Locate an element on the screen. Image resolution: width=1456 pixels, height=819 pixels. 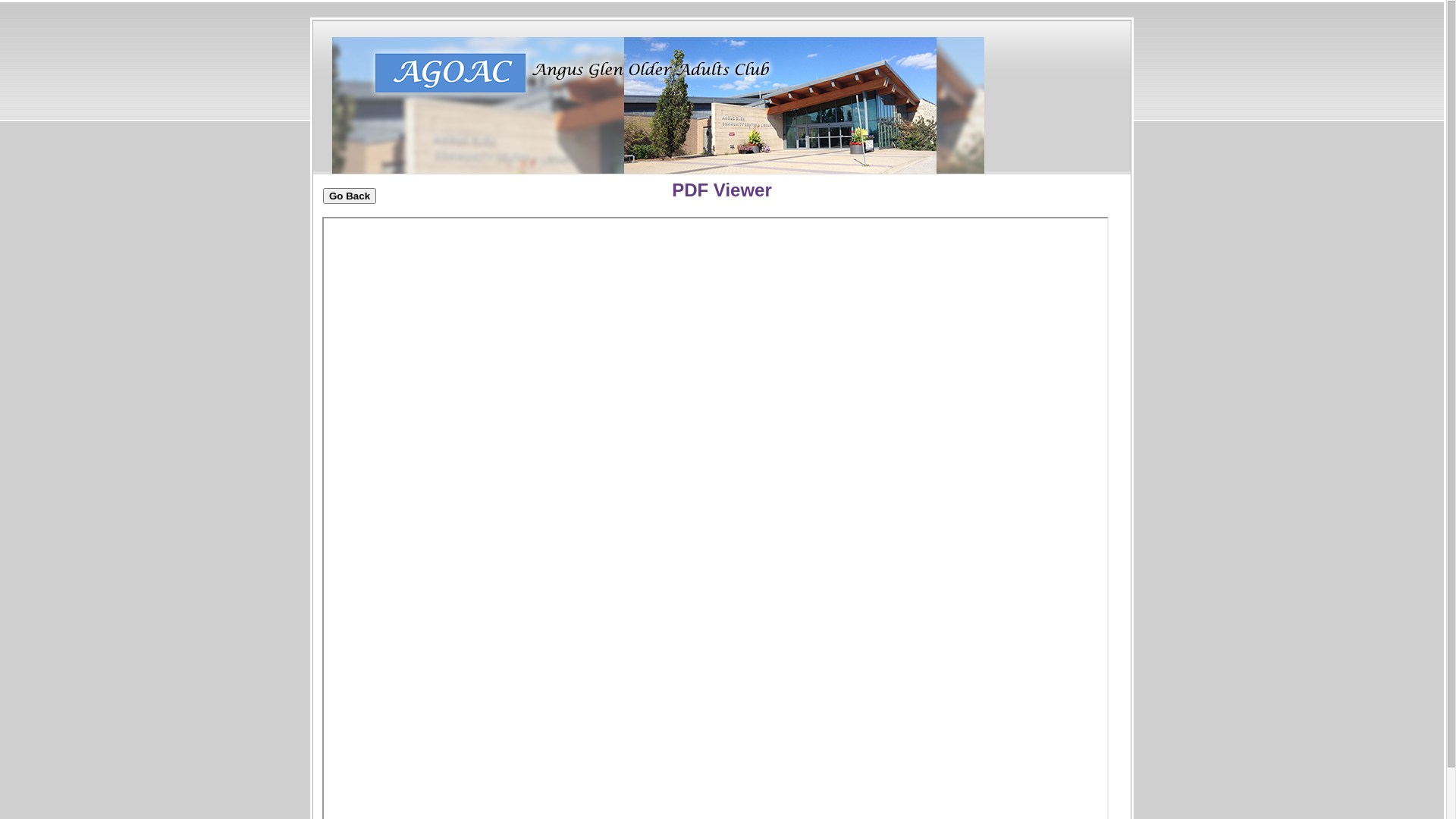
'Go Back' is located at coordinates (348, 195).